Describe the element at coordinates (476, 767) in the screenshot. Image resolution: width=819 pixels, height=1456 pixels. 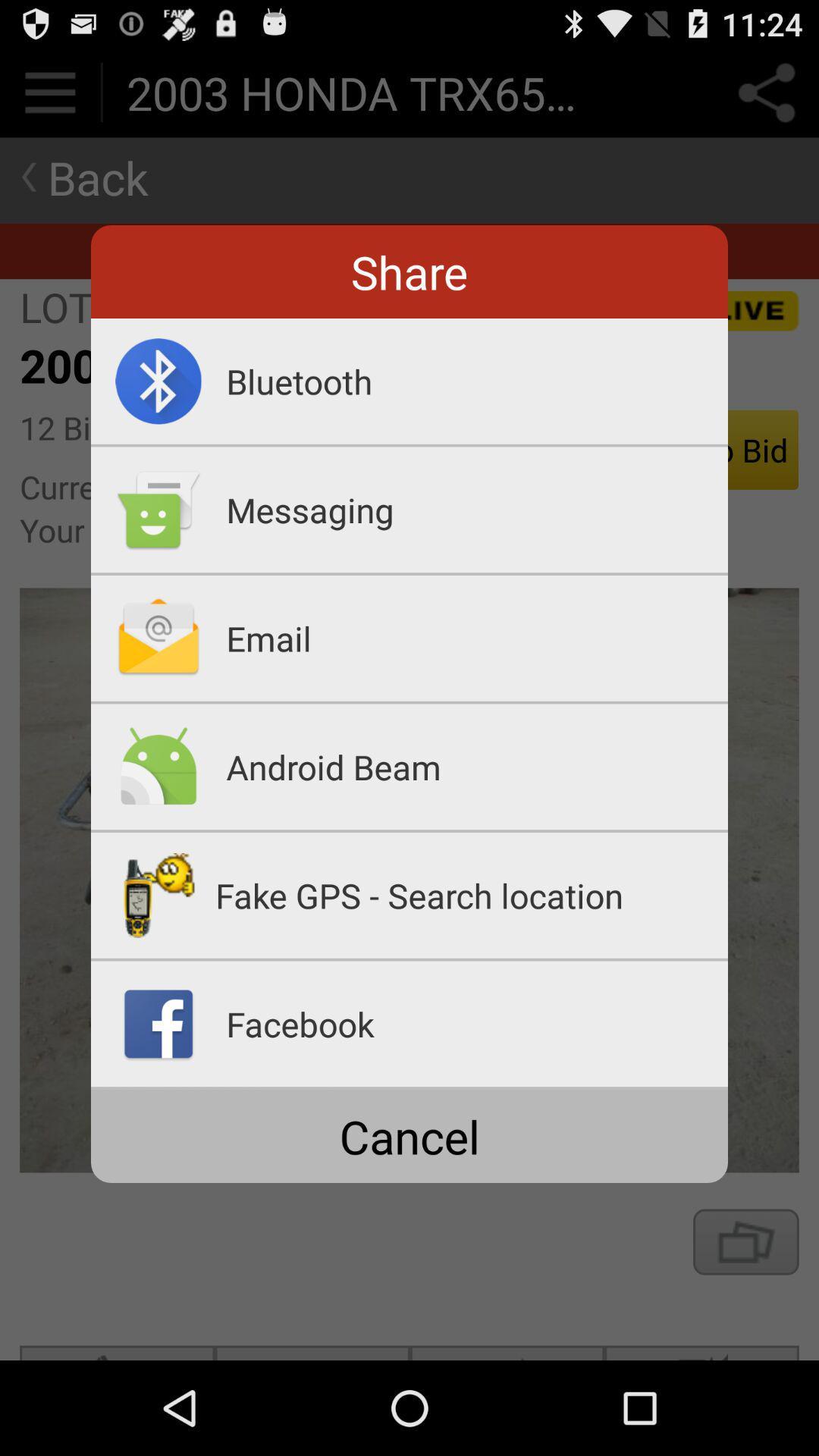
I see `android beam app` at that location.